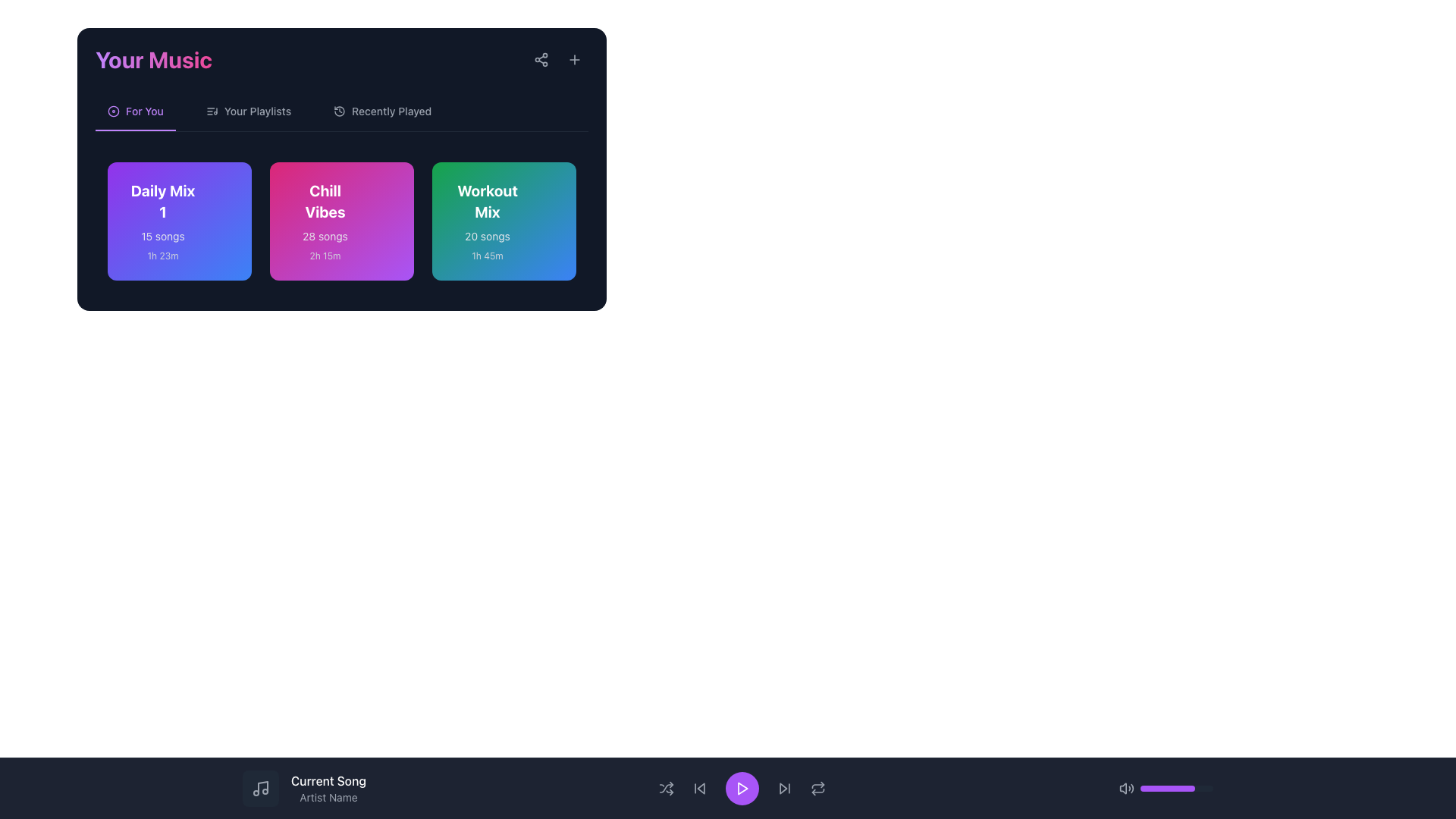 The height and width of the screenshot is (819, 1456). I want to click on displayed text from the Text label showing the total duration of the playlist 'Workout Mix', located at the bottom of the 'Workout Mix' card, so click(488, 256).